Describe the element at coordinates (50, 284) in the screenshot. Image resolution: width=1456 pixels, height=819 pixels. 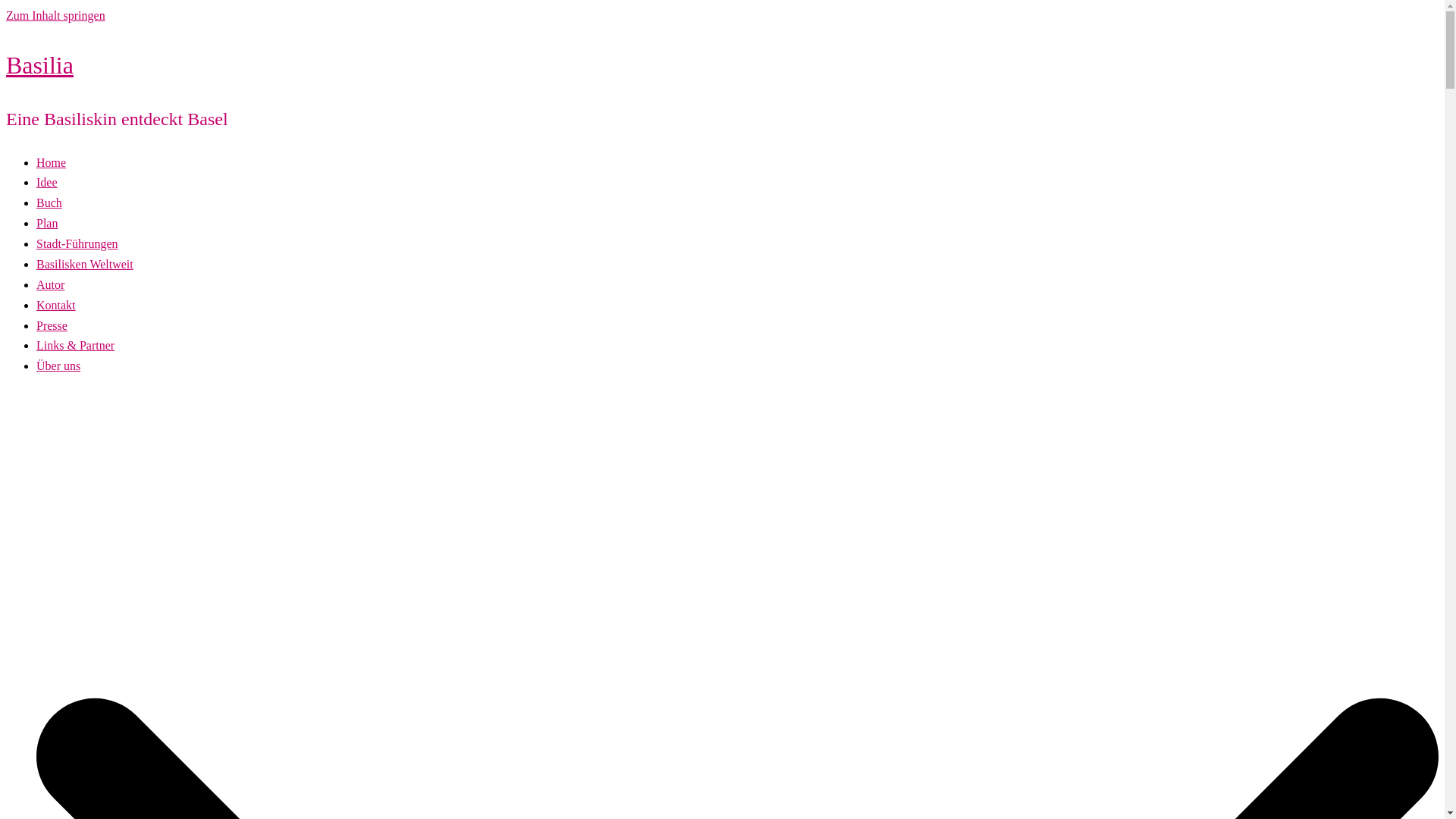
I see `'Autor'` at that location.